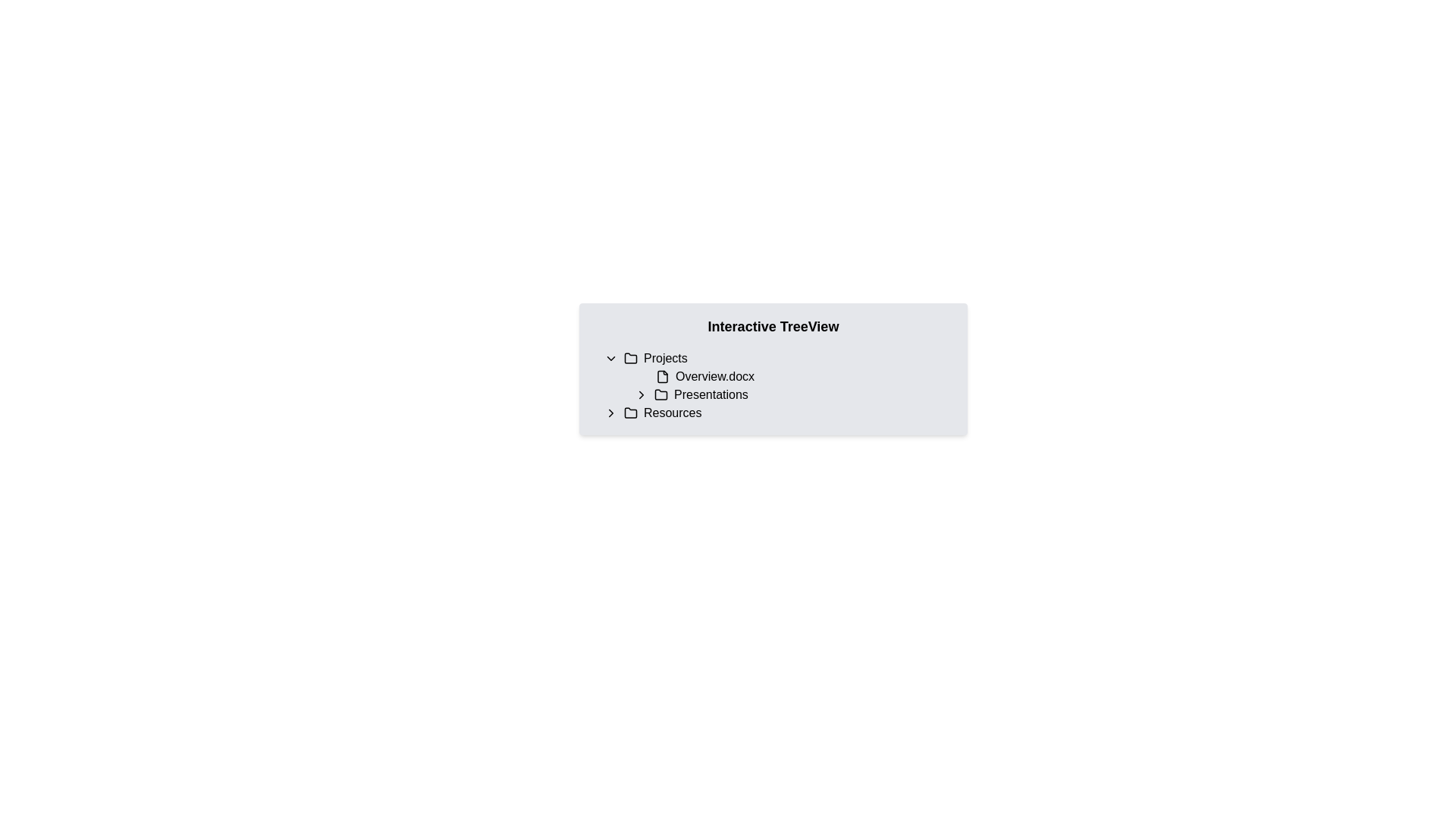 The image size is (1456, 819). Describe the element at coordinates (630, 412) in the screenshot. I see `the open folder icon representing the 'Resources' folder in the Interactive TreeView` at that location.